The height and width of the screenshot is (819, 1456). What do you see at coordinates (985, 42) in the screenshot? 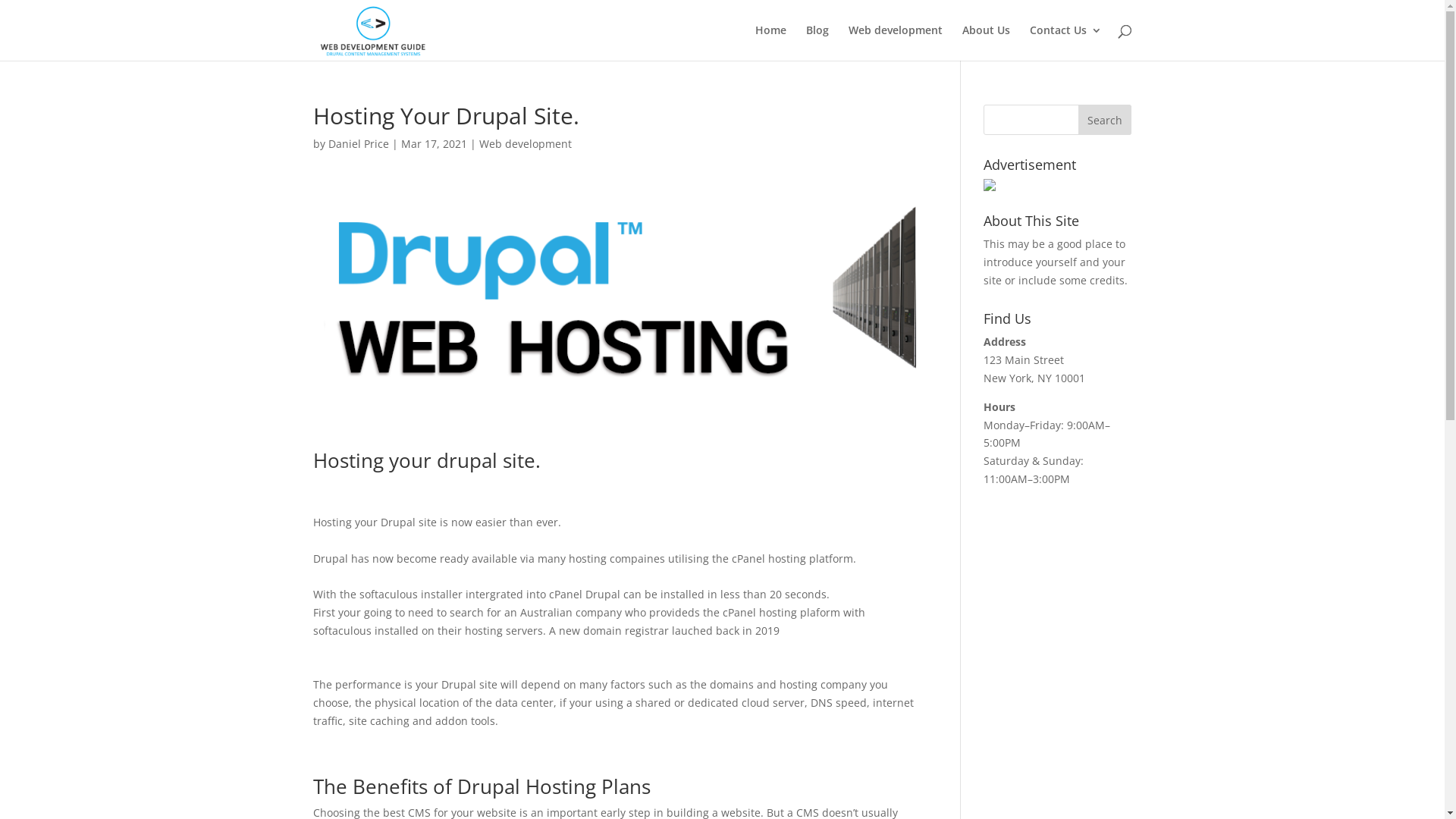
I see `'About Us'` at bounding box center [985, 42].